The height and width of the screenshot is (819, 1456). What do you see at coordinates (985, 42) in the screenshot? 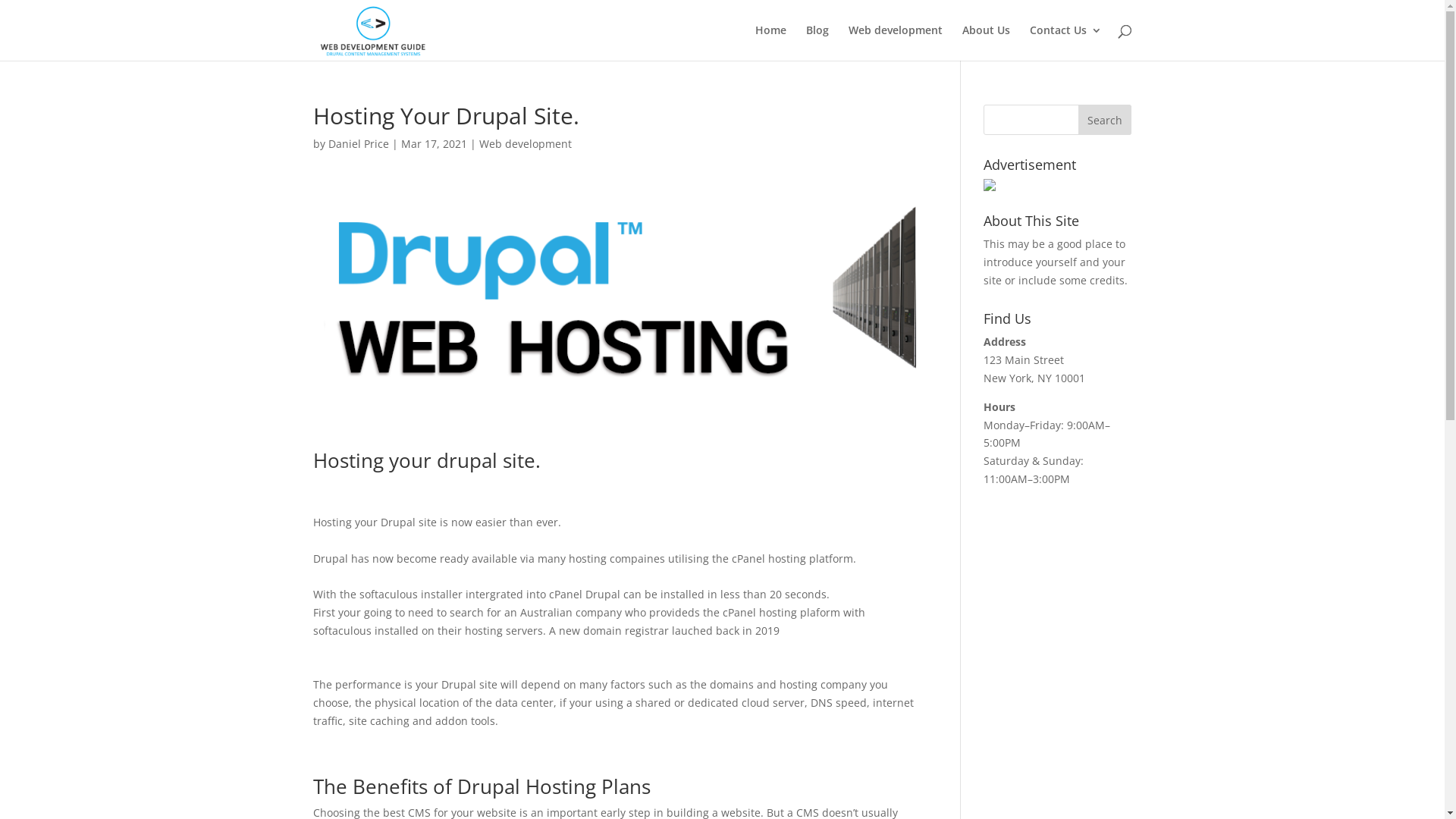
I see `'About Us'` at bounding box center [985, 42].